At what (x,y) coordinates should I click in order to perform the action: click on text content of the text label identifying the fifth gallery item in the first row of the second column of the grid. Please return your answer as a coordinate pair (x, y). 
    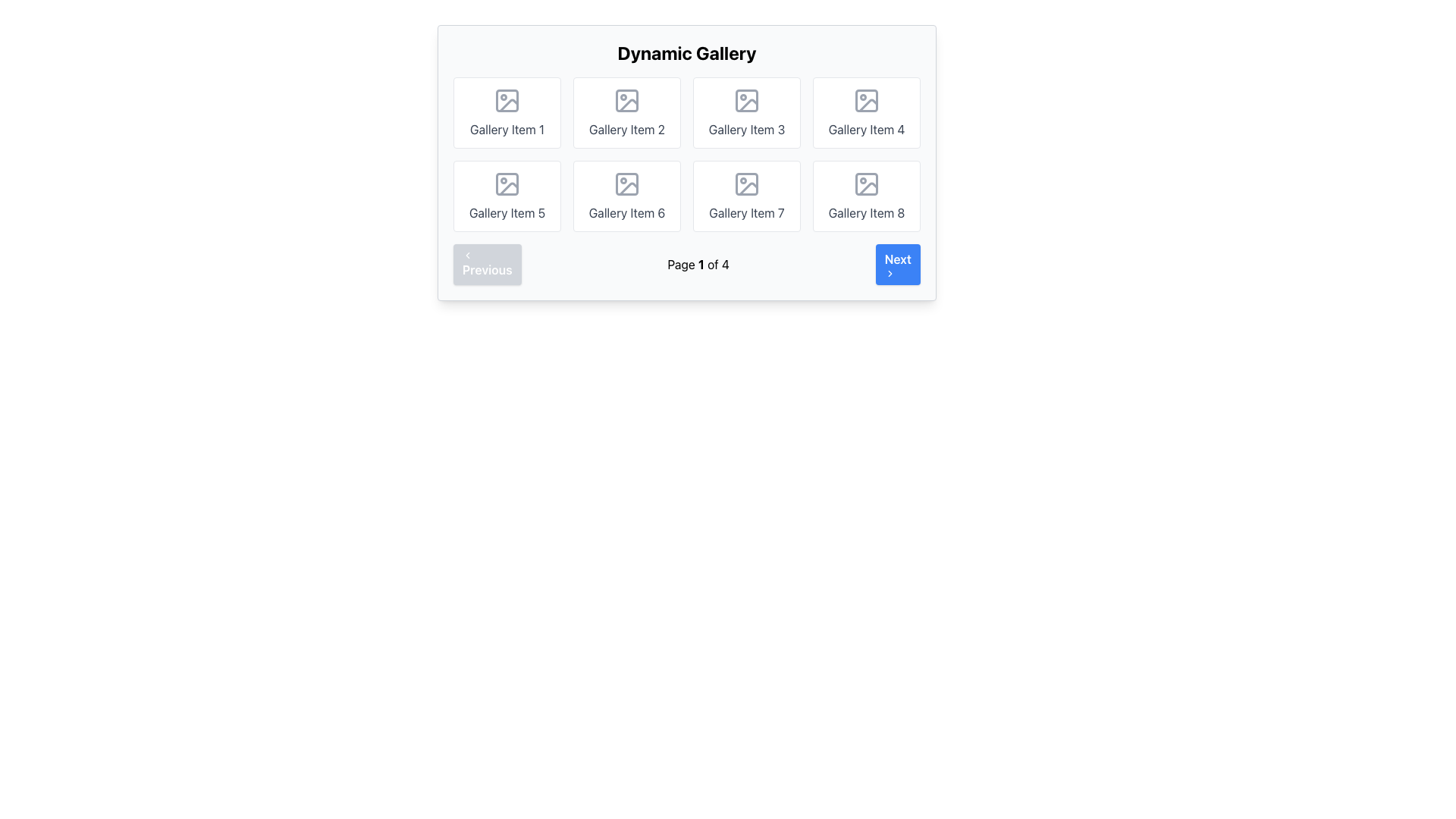
    Looking at the image, I should click on (507, 213).